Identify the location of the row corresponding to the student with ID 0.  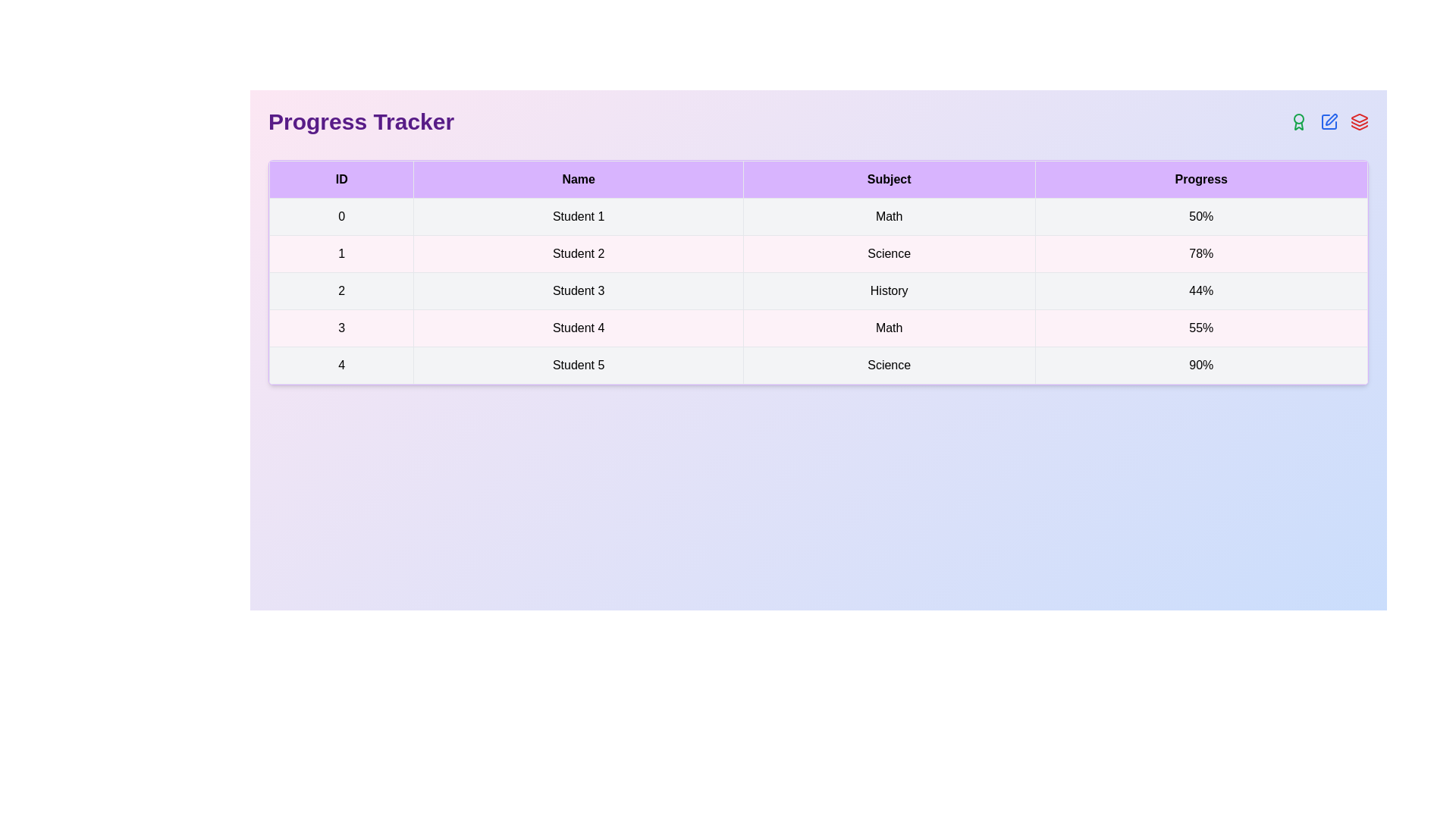
(817, 216).